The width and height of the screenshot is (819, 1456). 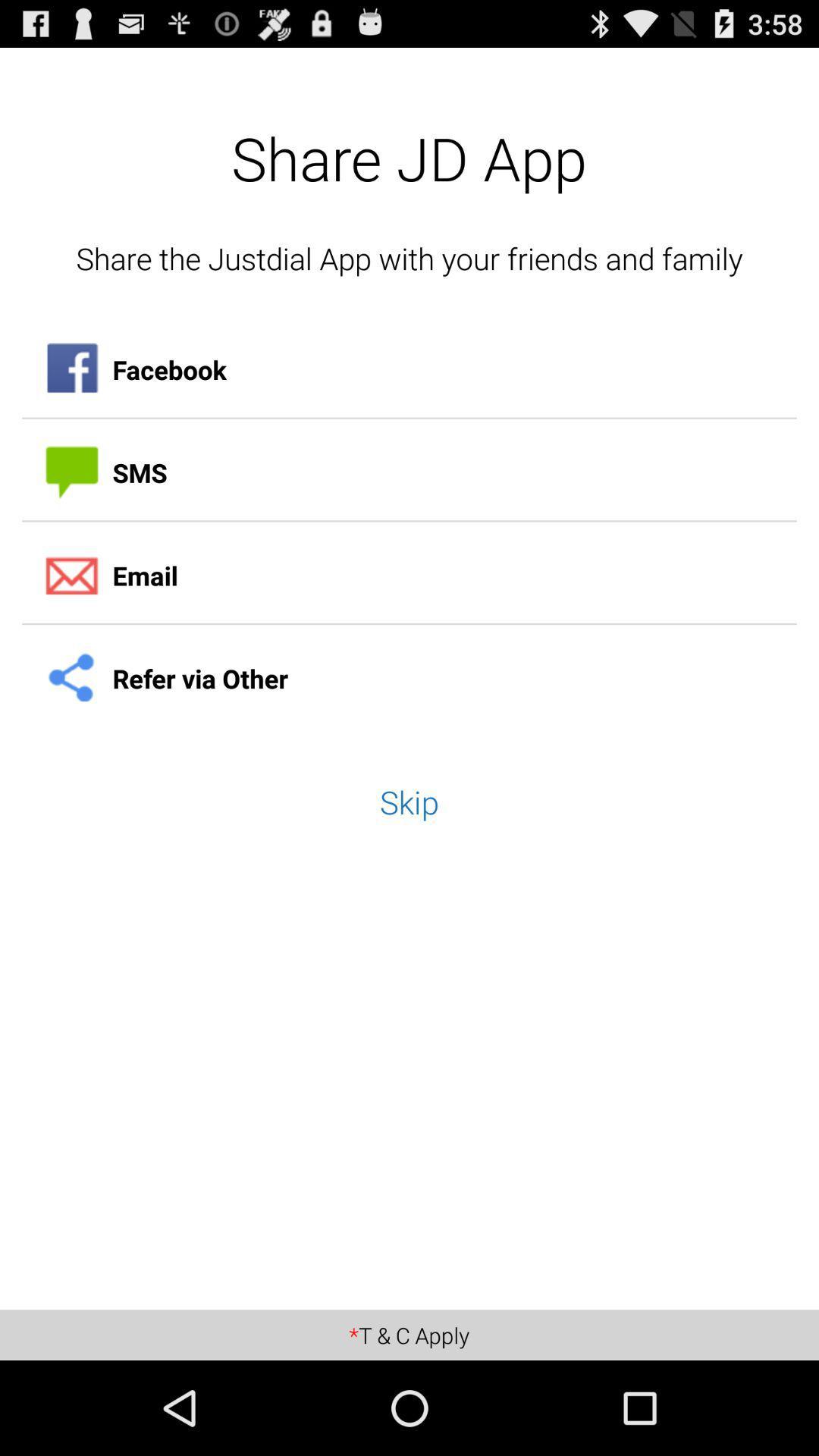 What do you see at coordinates (409, 369) in the screenshot?
I see `the facebook icon` at bounding box center [409, 369].